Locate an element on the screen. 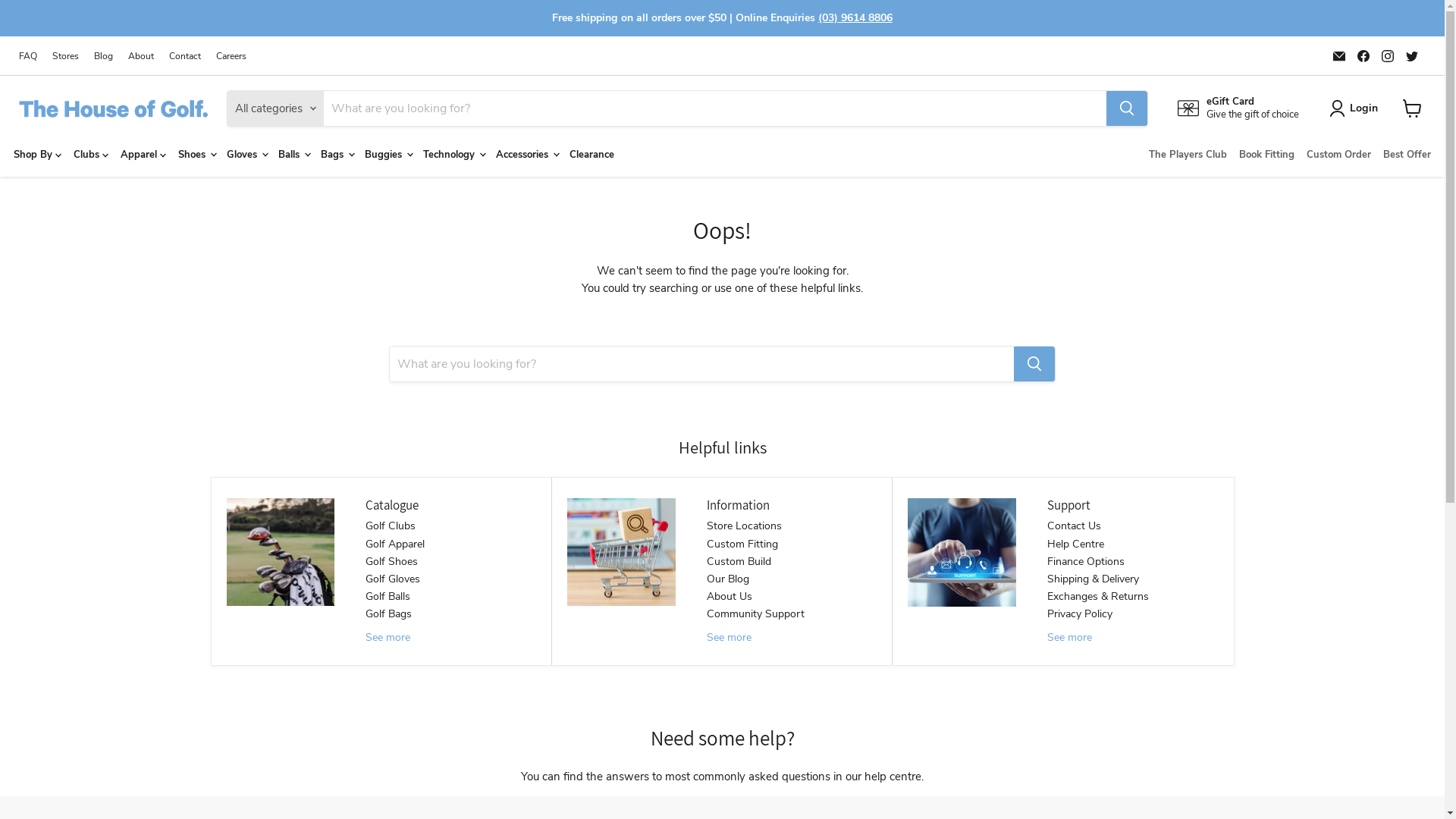 The height and width of the screenshot is (819, 1456). 'Our Blog' is located at coordinates (705, 579).